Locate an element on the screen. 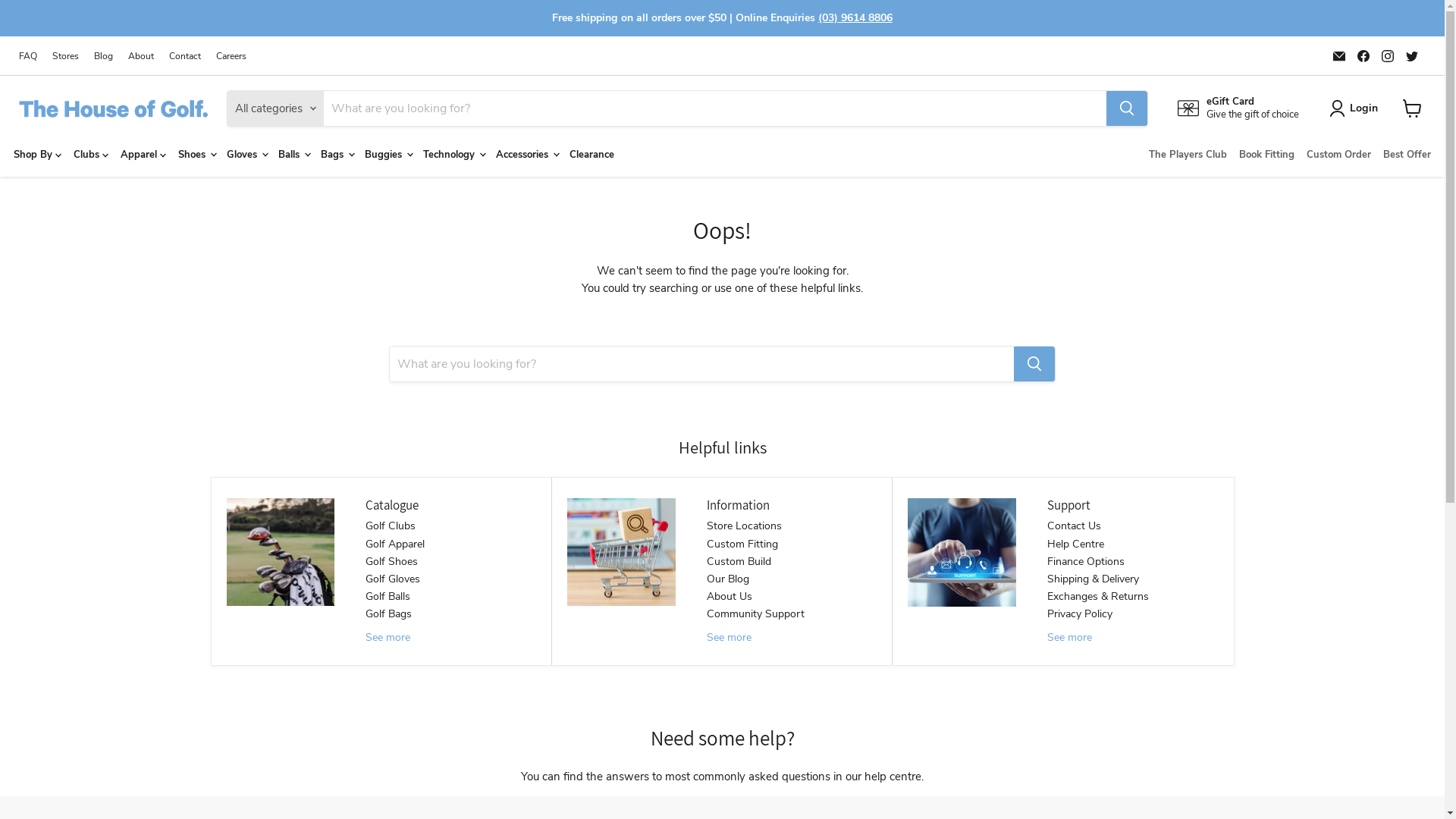 The height and width of the screenshot is (819, 1456). 'Our Blog' is located at coordinates (705, 579).